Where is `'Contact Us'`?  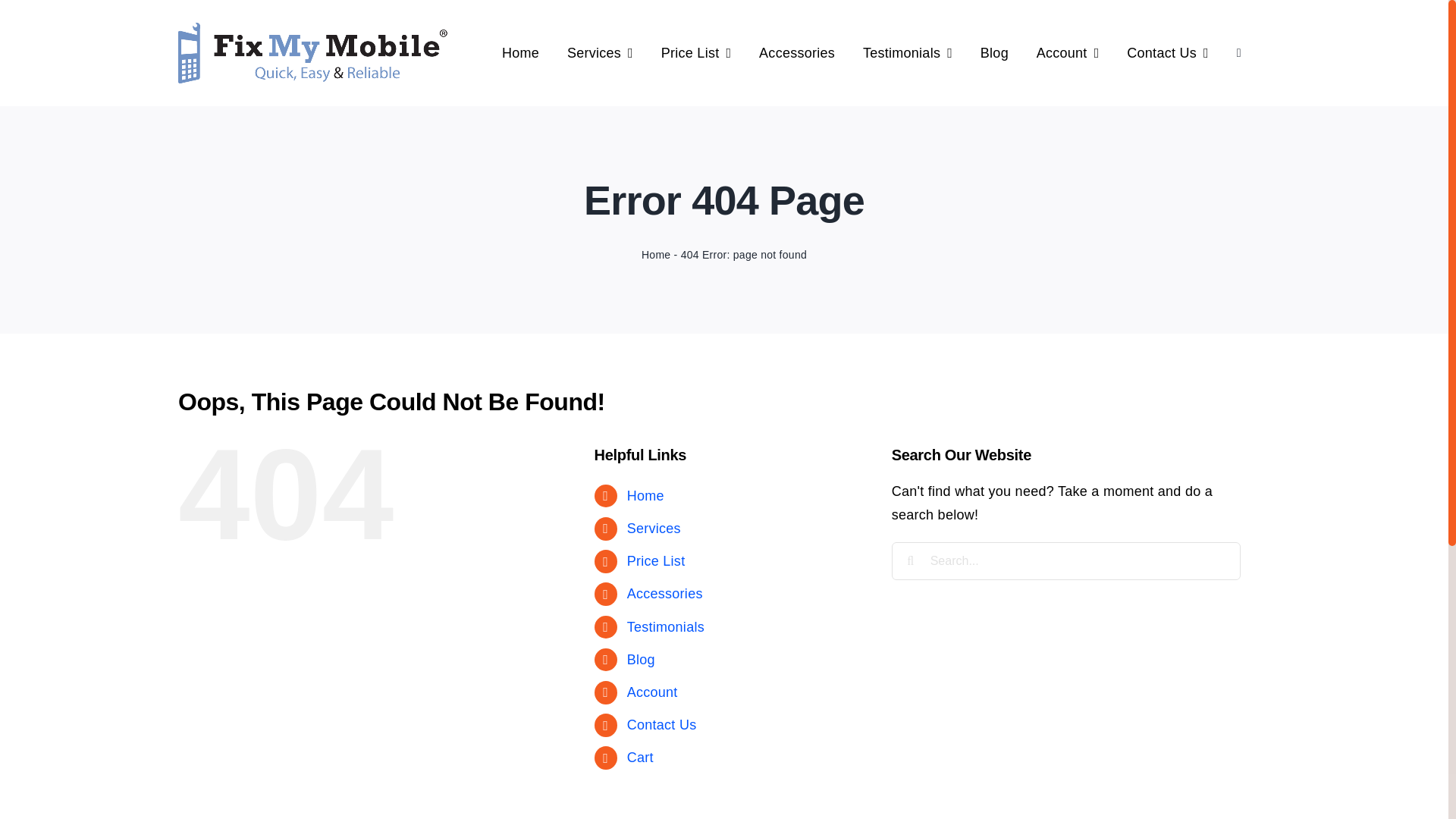
'Contact Us' is located at coordinates (626, 724).